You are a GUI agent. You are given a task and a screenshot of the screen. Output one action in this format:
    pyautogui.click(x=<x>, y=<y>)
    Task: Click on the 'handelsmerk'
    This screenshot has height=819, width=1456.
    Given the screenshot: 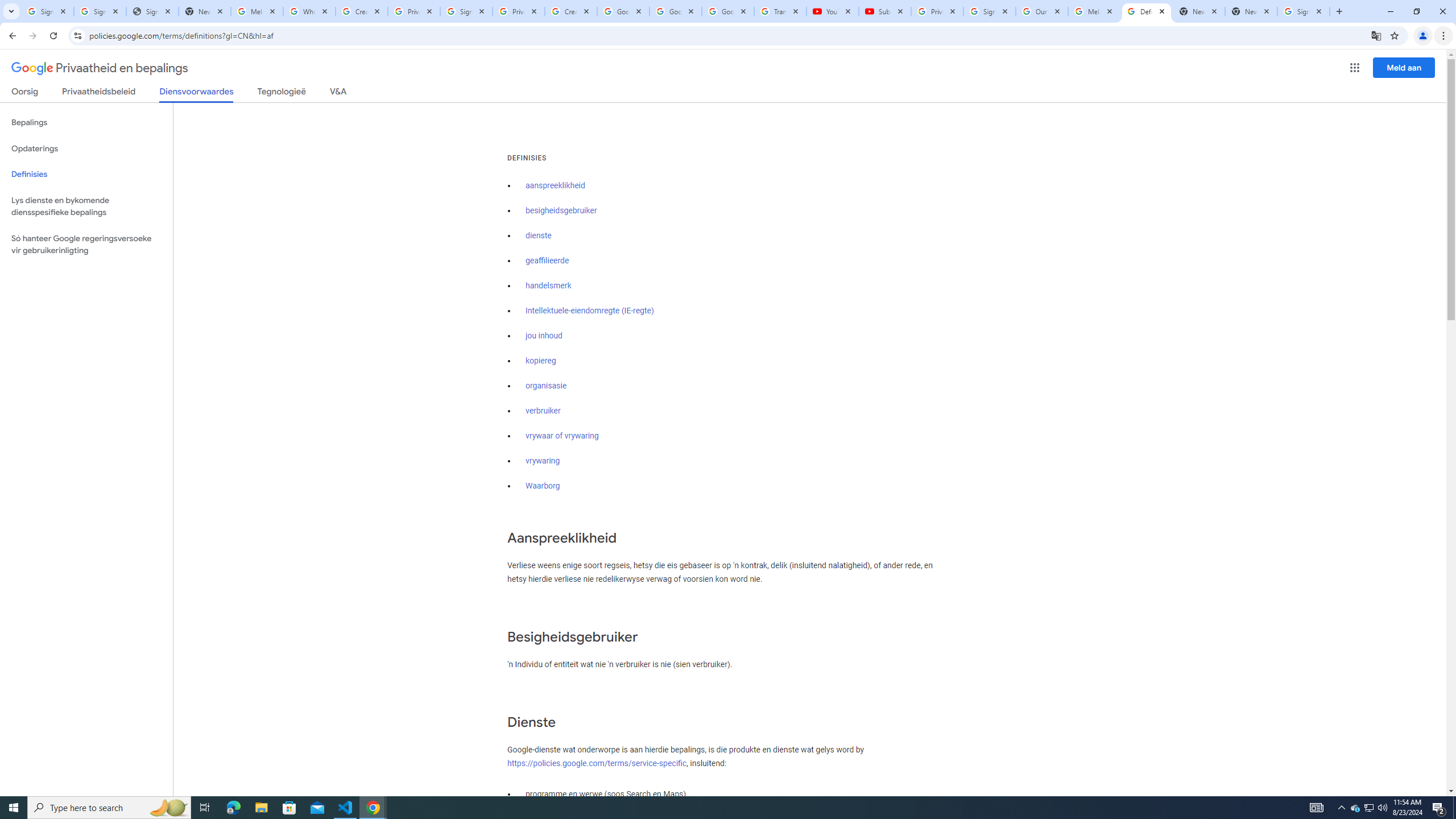 What is the action you would take?
    pyautogui.click(x=549, y=286)
    